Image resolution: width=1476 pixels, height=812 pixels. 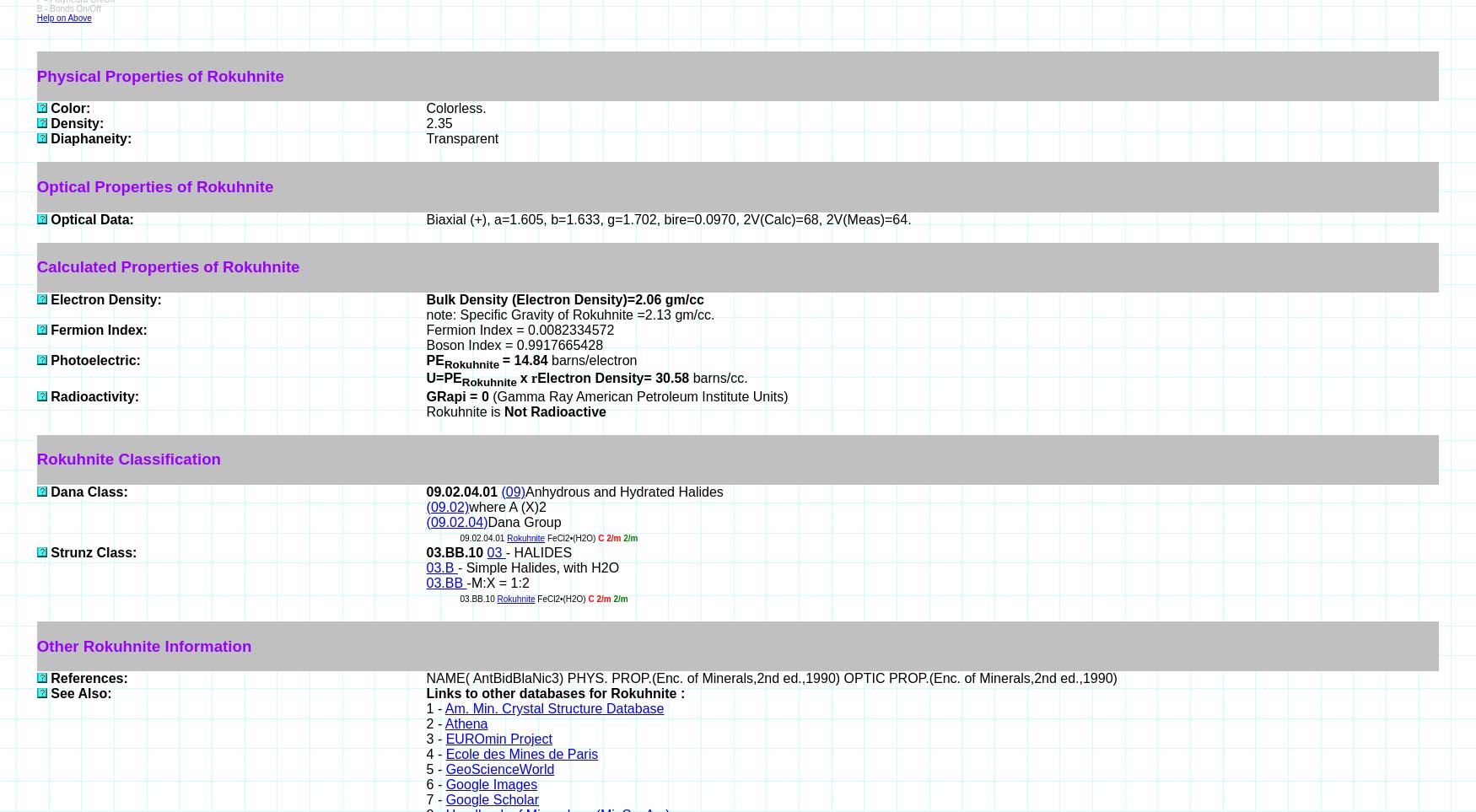 What do you see at coordinates (438, 123) in the screenshot?
I see `'2.35'` at bounding box center [438, 123].